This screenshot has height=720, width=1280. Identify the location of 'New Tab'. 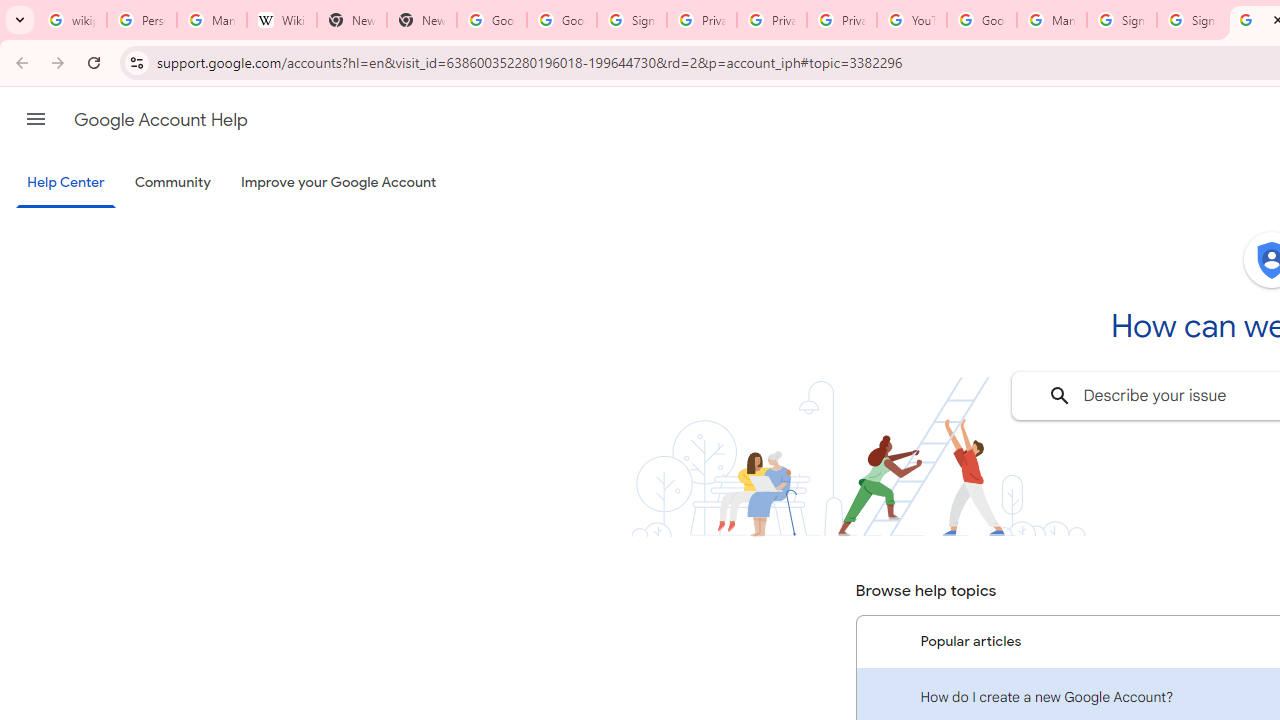
(420, 20).